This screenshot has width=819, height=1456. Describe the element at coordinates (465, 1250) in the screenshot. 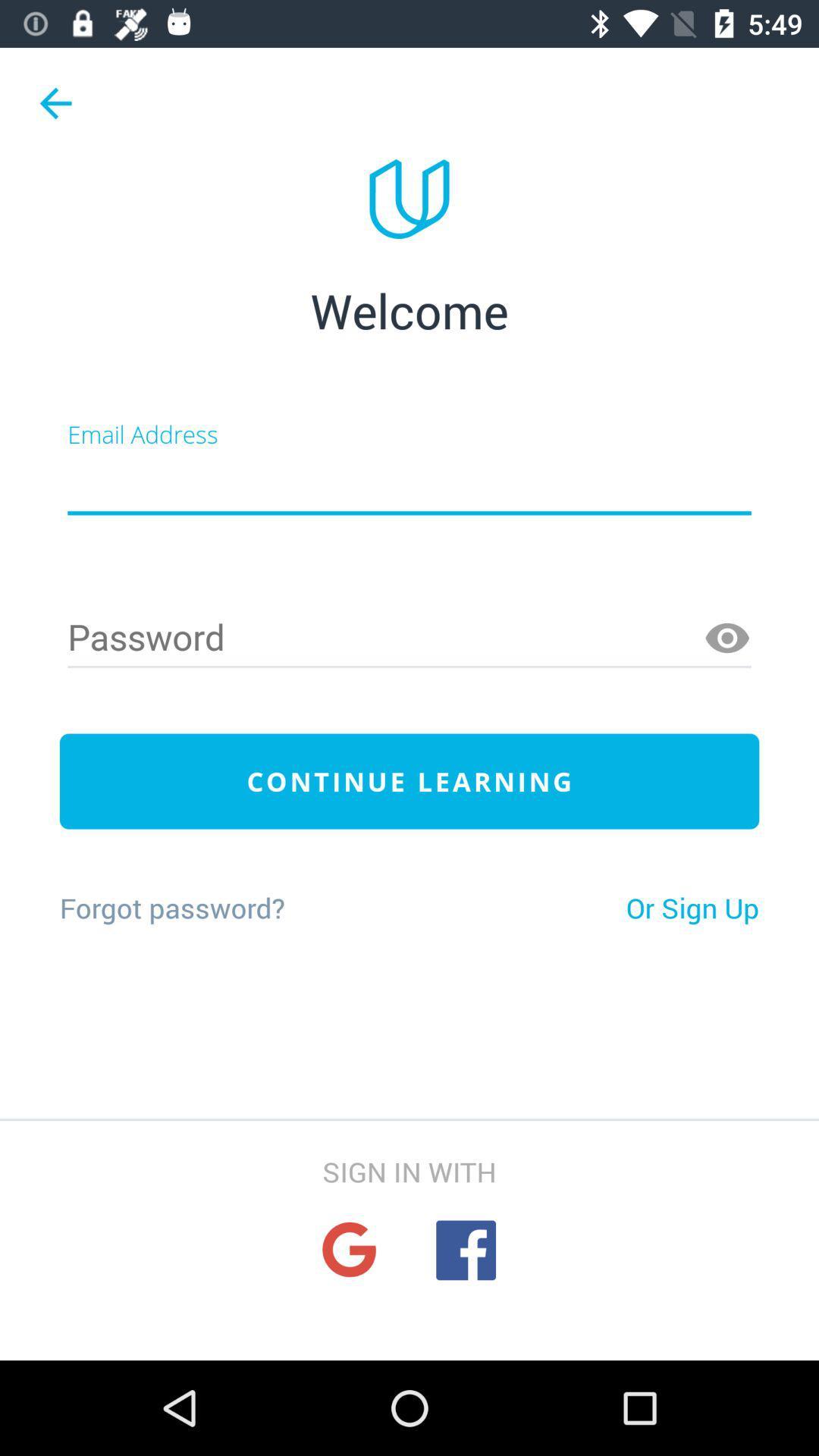

I see `log in with facebook` at that location.